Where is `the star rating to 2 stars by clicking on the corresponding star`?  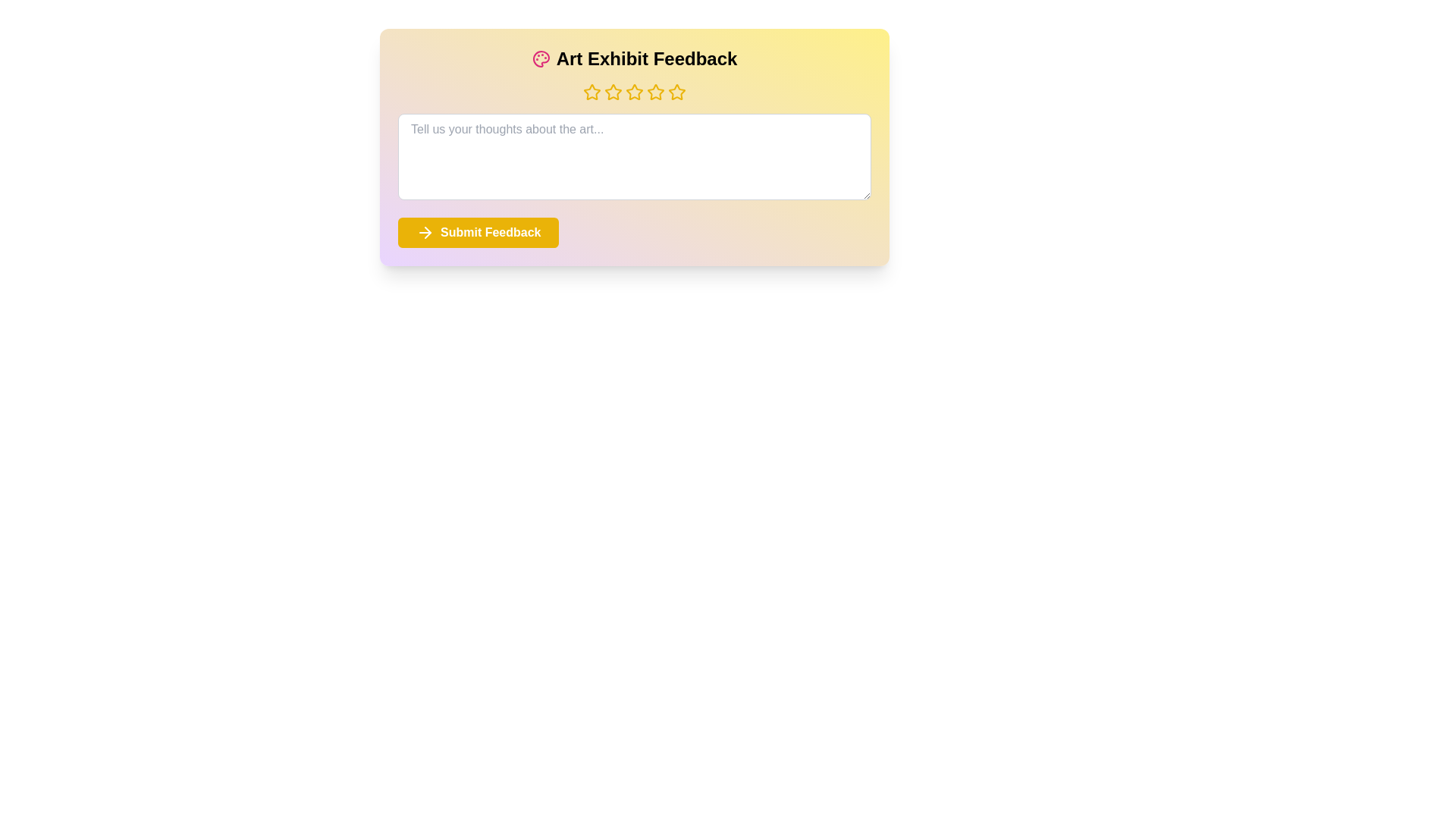 the star rating to 2 stars by clicking on the corresponding star is located at coordinates (613, 93).